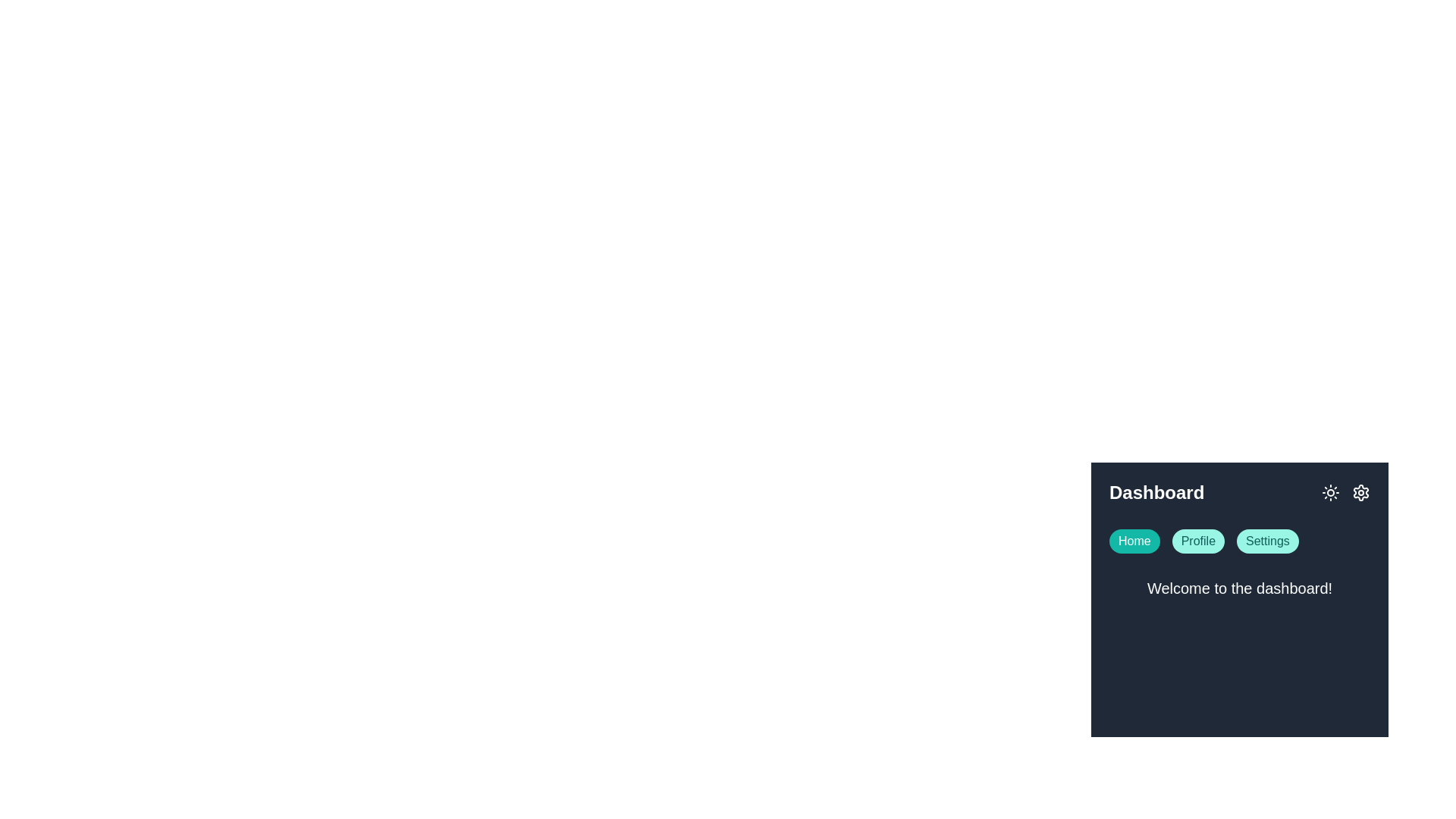  What do you see at coordinates (1267, 540) in the screenshot?
I see `the 'Settings' button, which is a rounded button with a light teal background and dark teal text, located in the top-right navigation area` at bounding box center [1267, 540].